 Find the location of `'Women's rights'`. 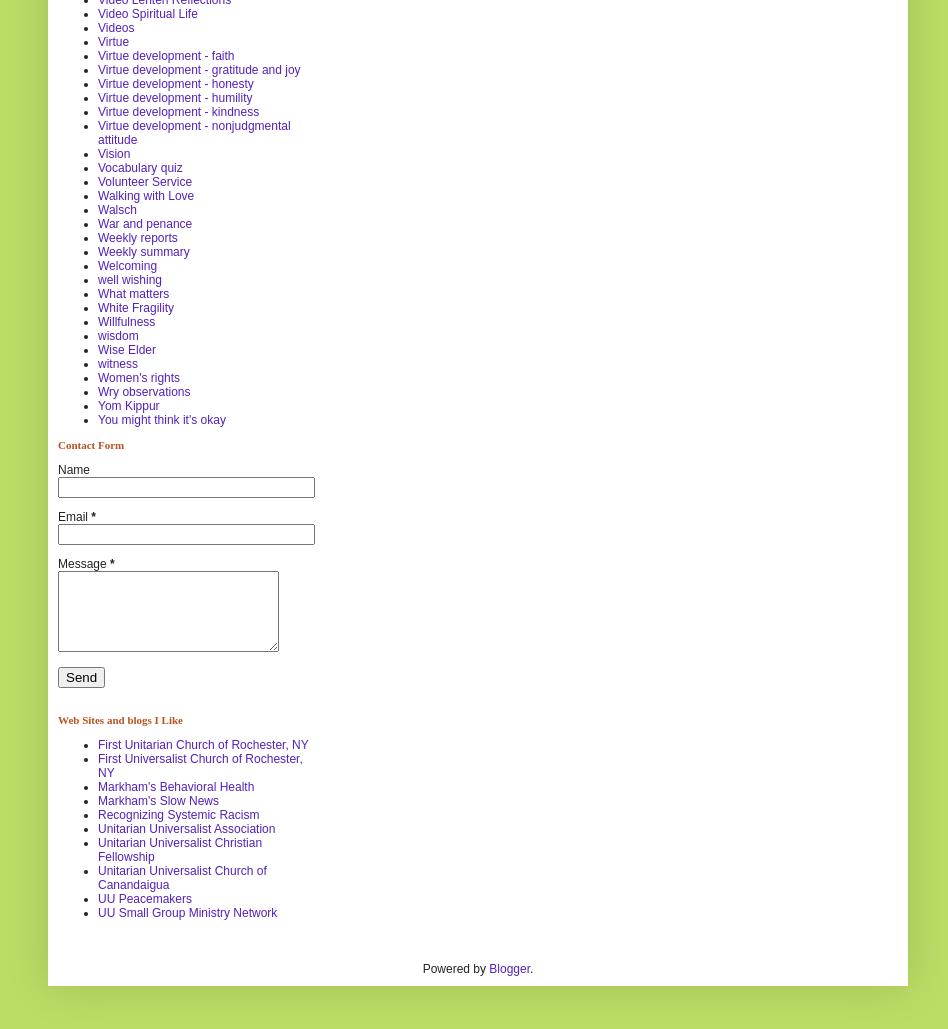

'Women's rights' is located at coordinates (137, 376).